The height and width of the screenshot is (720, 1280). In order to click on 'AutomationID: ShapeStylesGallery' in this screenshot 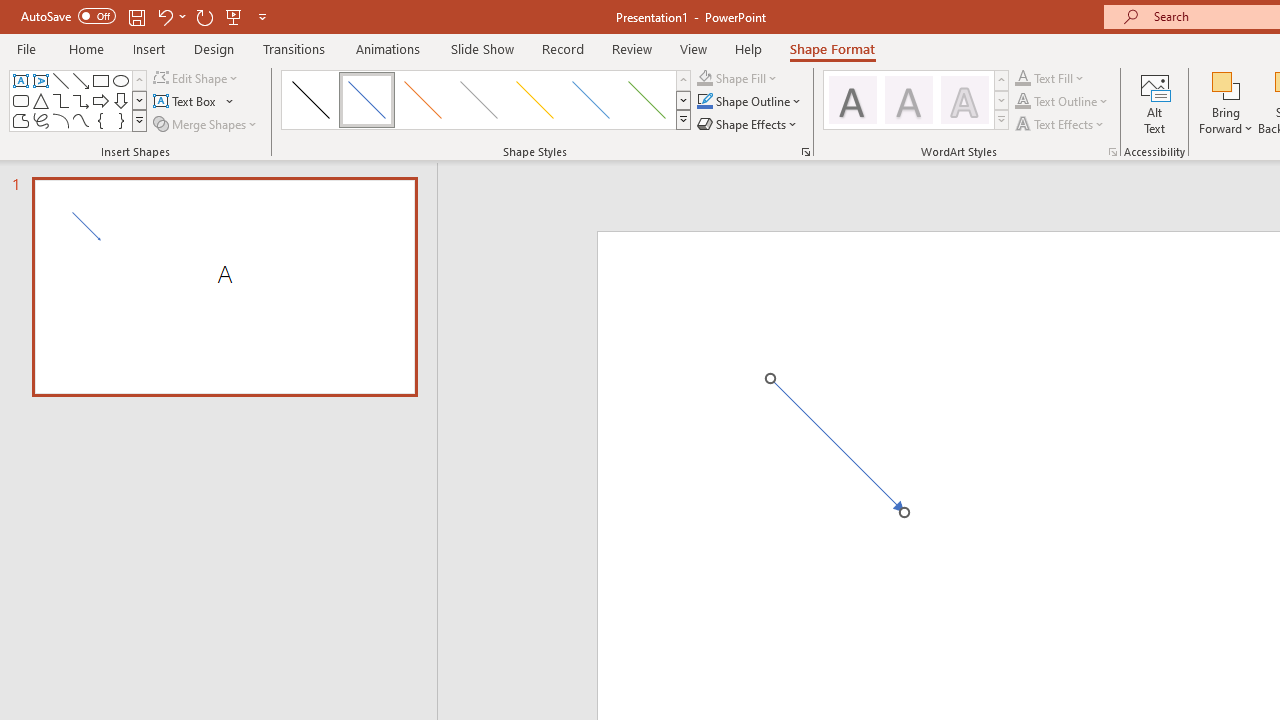, I will do `click(487, 100)`.